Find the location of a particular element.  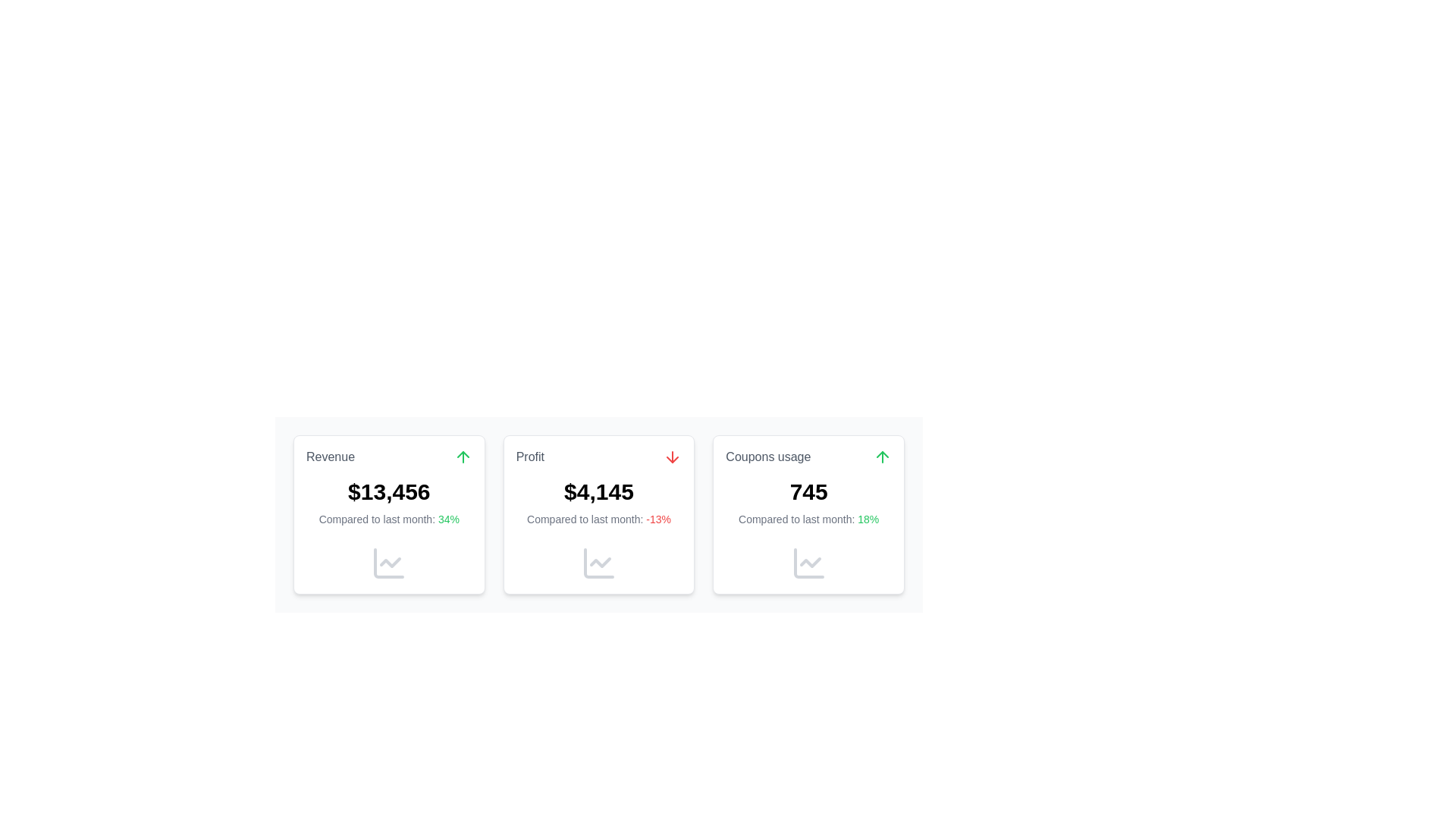

the icon representing data trends located at the bottom of the 'Revenue' card, below the text '$13,456' and 'Compared to last month: 34%' is located at coordinates (389, 563).